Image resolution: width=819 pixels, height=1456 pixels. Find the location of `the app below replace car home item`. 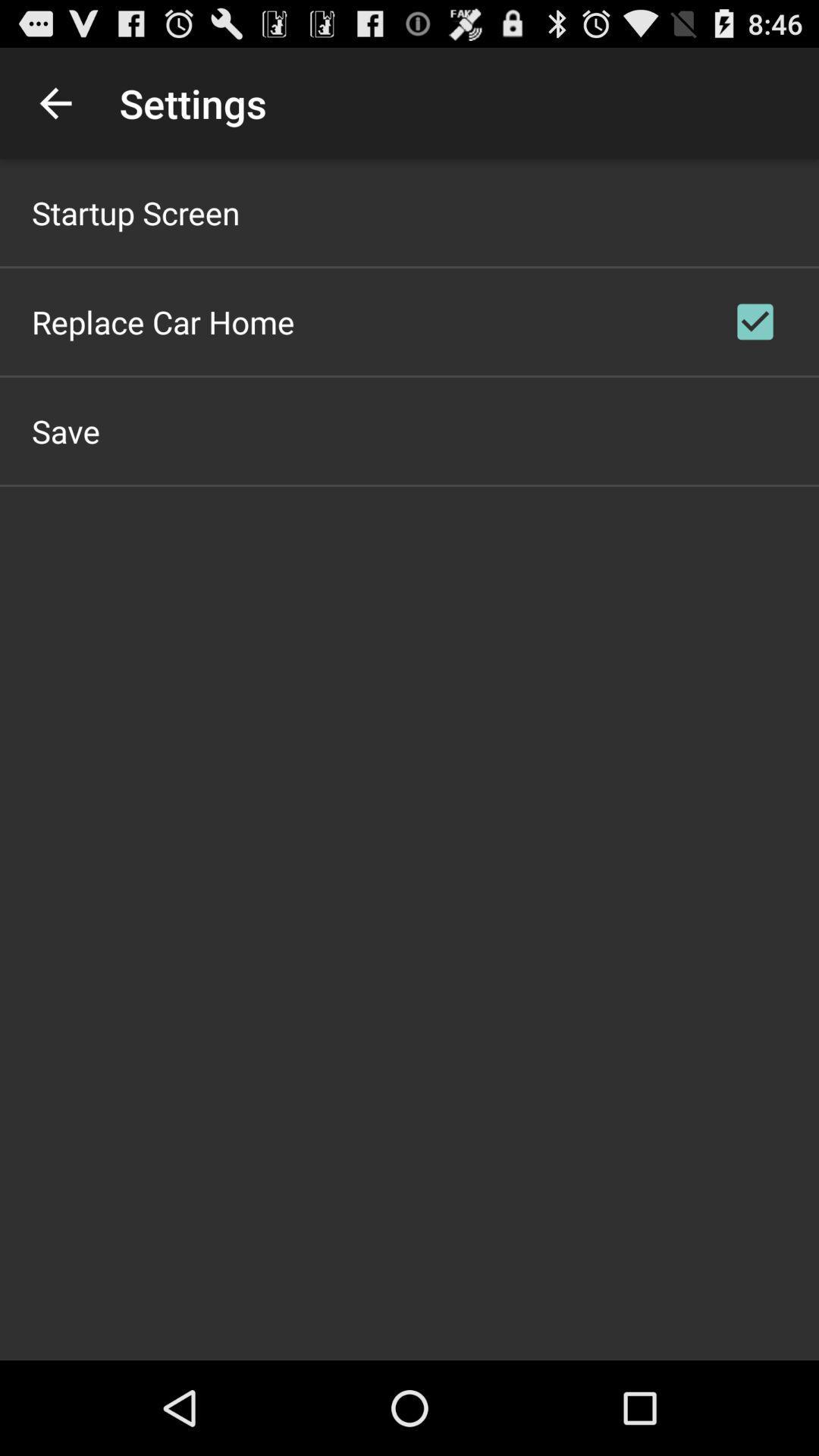

the app below replace car home item is located at coordinates (65, 430).